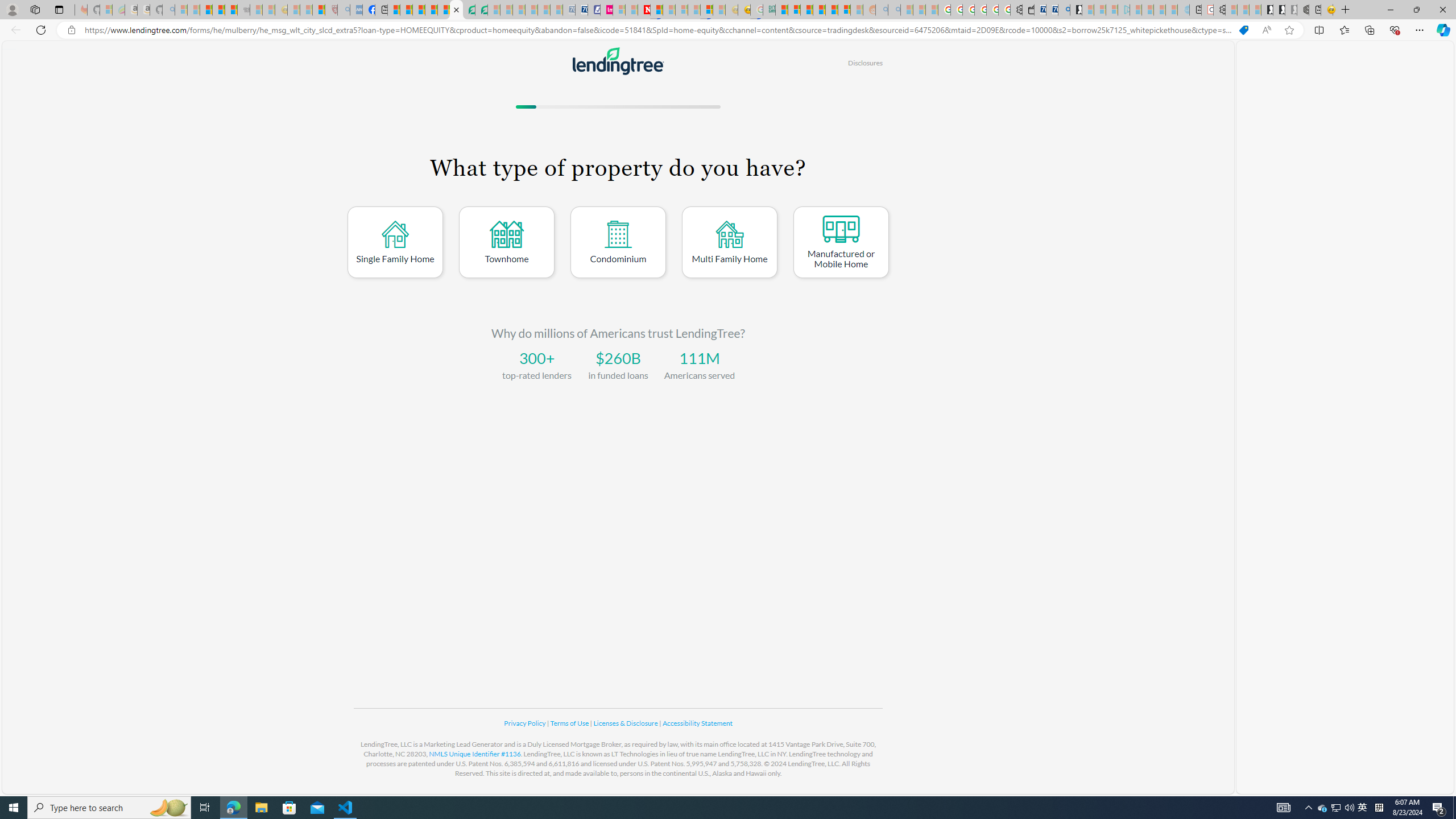 This screenshot has height=819, width=1456. What do you see at coordinates (606, 9) in the screenshot?
I see `'Jobs - lastminute.com Investor Portal'` at bounding box center [606, 9].